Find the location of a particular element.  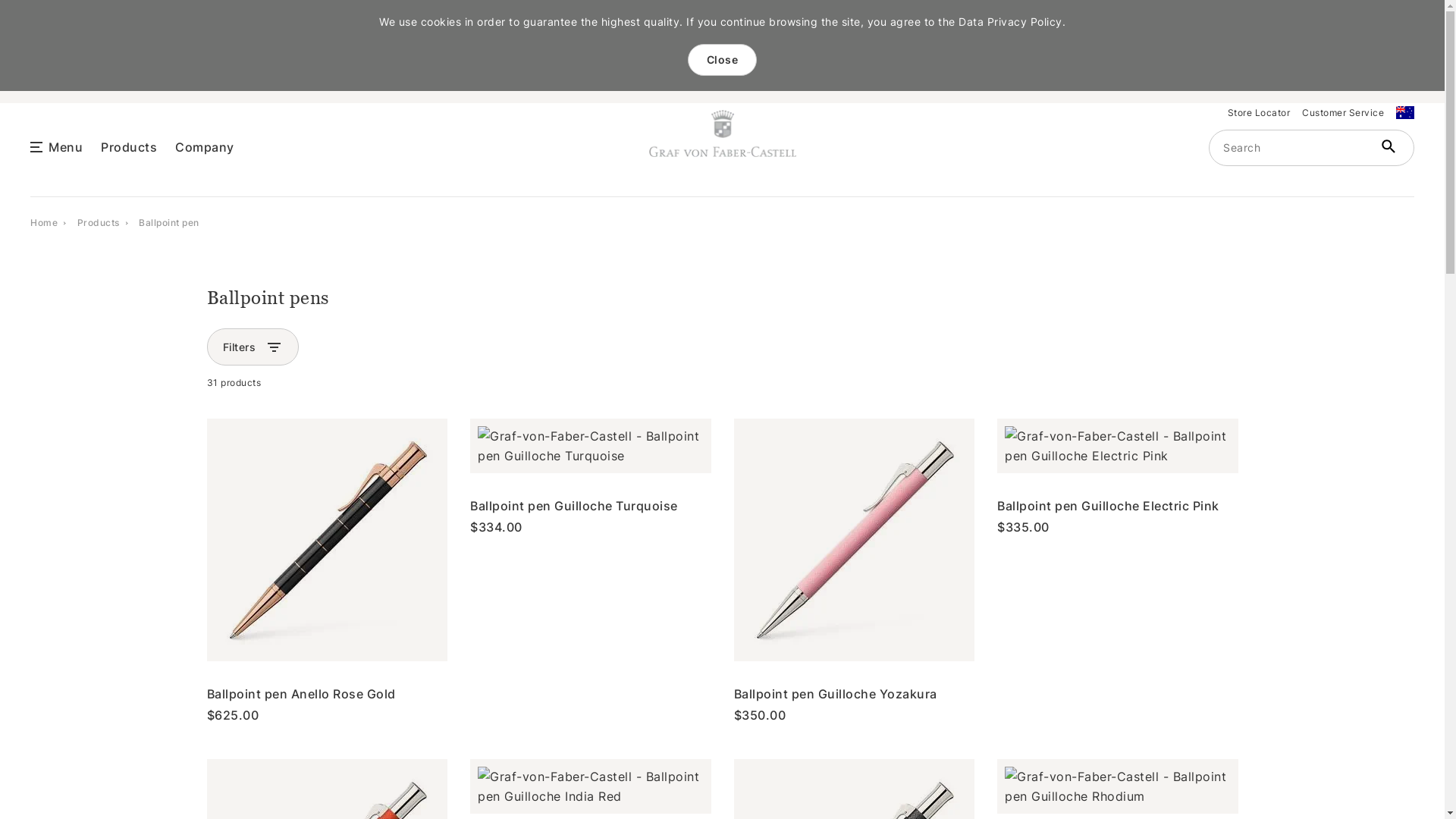

'Store Locator' is located at coordinates (1258, 112).